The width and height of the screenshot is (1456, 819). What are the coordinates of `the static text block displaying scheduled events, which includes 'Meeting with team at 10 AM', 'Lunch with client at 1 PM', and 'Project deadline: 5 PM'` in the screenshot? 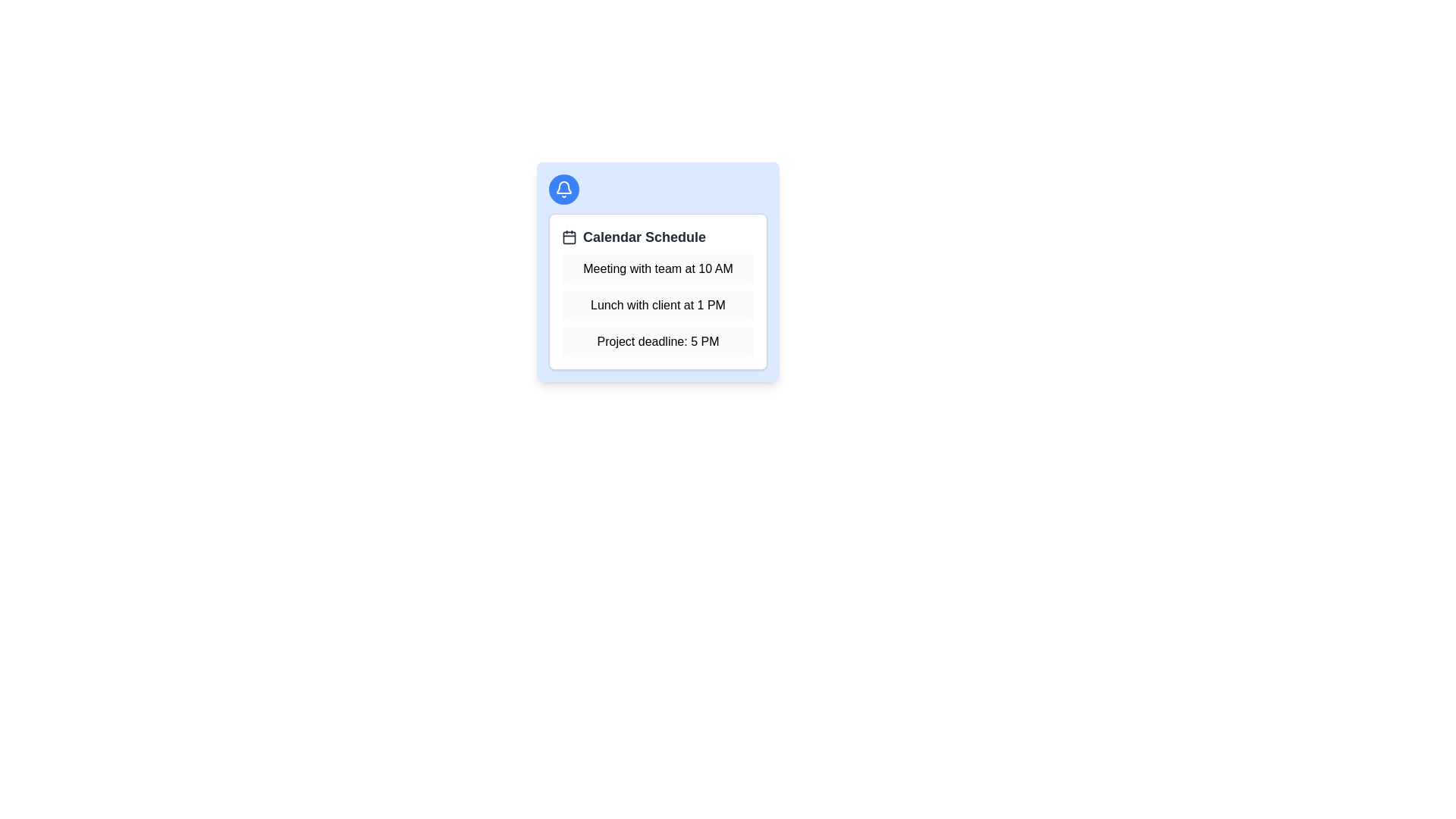 It's located at (658, 305).